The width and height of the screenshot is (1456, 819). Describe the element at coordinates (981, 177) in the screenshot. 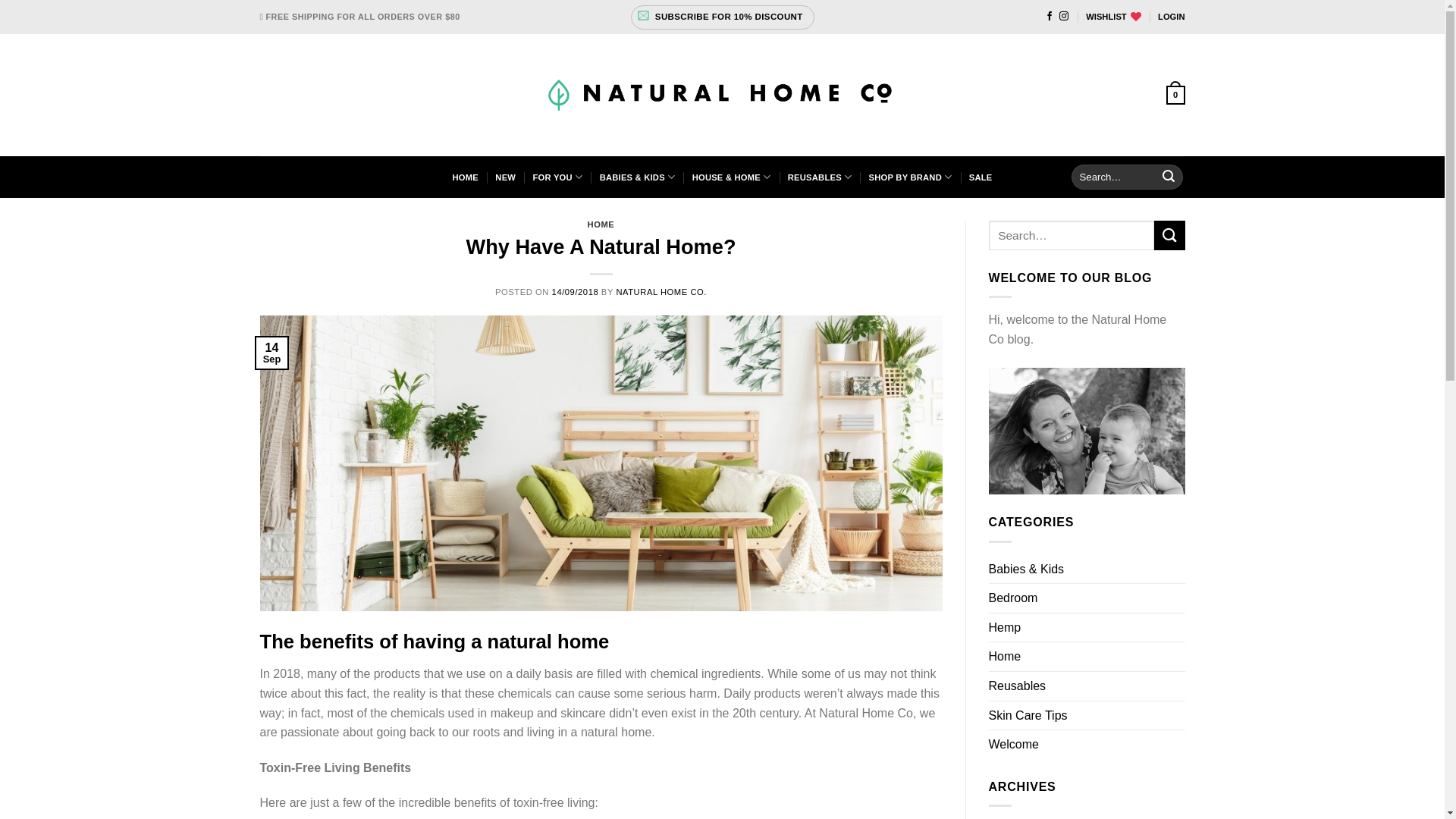

I see `'SALE'` at that location.